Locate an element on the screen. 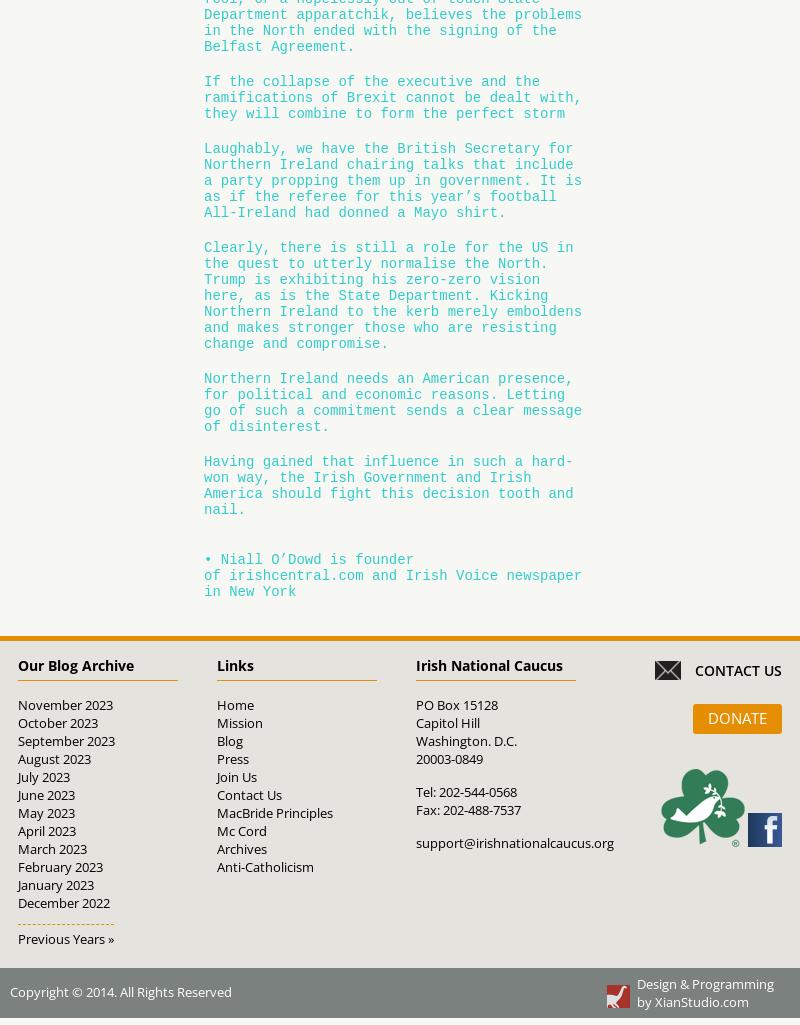 Image resolution: width=800 pixels, height=1025 pixels. 'and Irish Voice newspaper in New York' is located at coordinates (392, 583).